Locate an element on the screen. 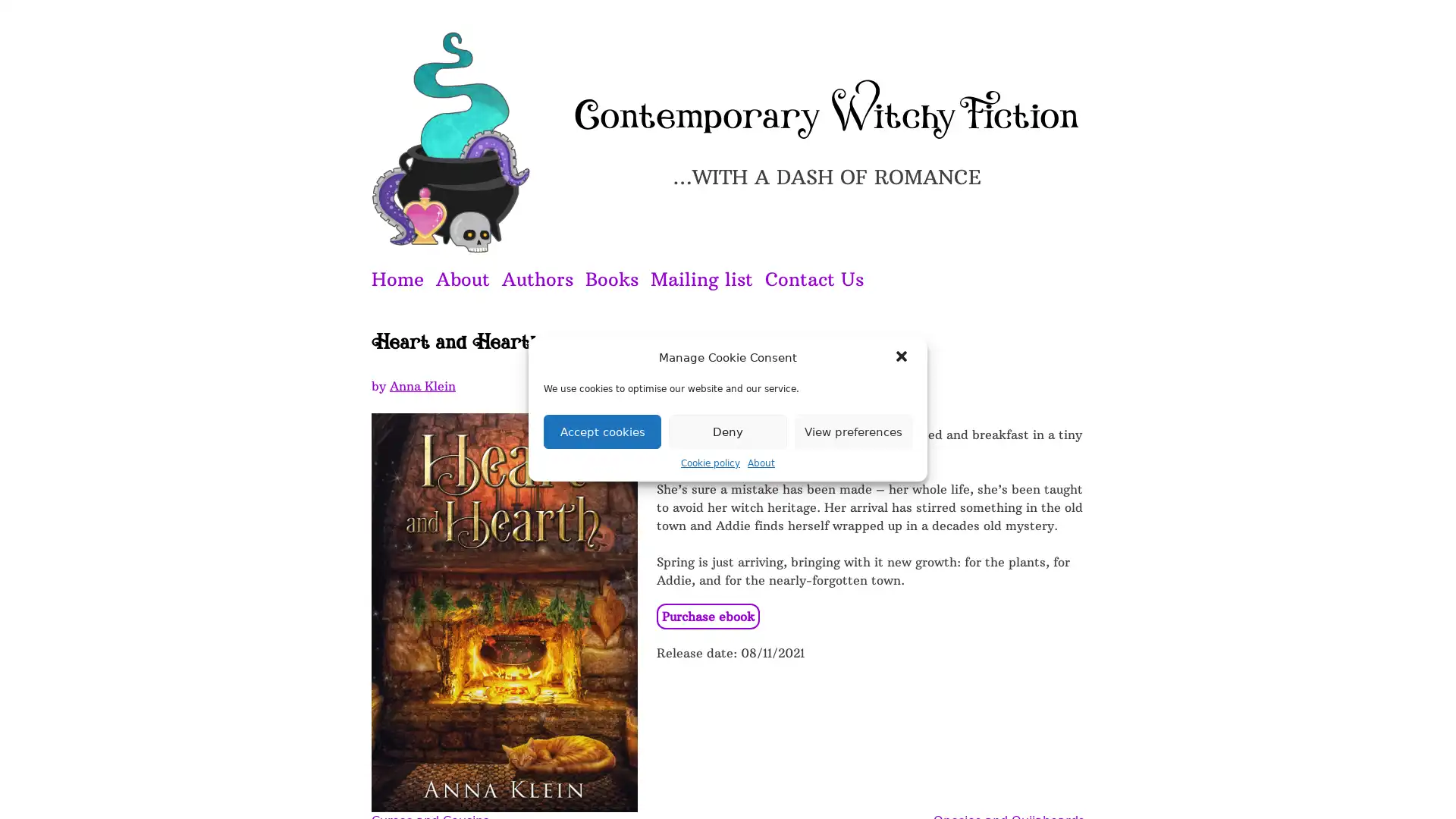  View preferences is located at coordinates (852, 431).